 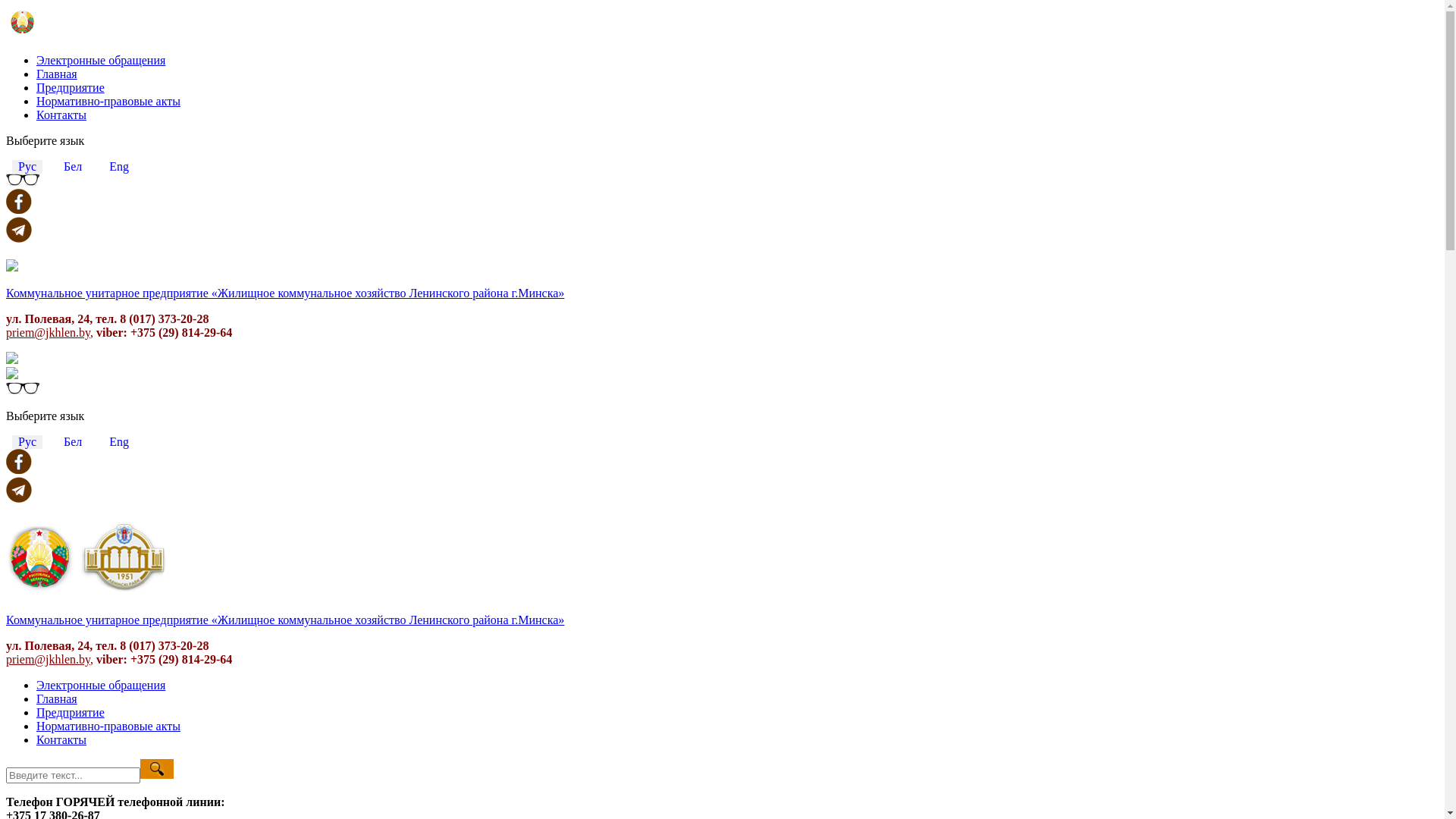 I want to click on 'priem@jkhlen.by', so click(x=6, y=331).